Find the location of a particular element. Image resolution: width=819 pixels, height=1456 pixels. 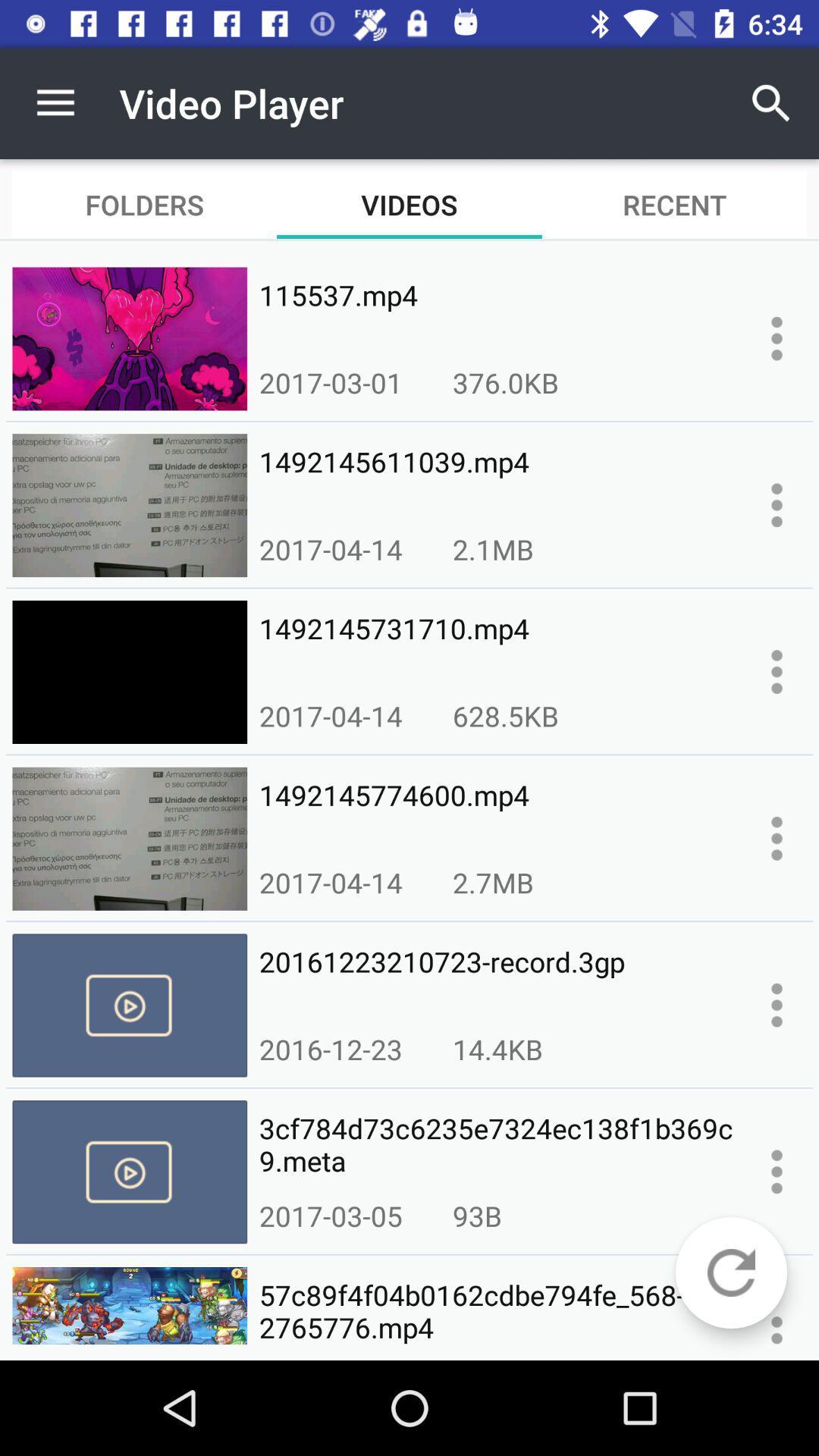

settings on the picture is located at coordinates (777, 505).